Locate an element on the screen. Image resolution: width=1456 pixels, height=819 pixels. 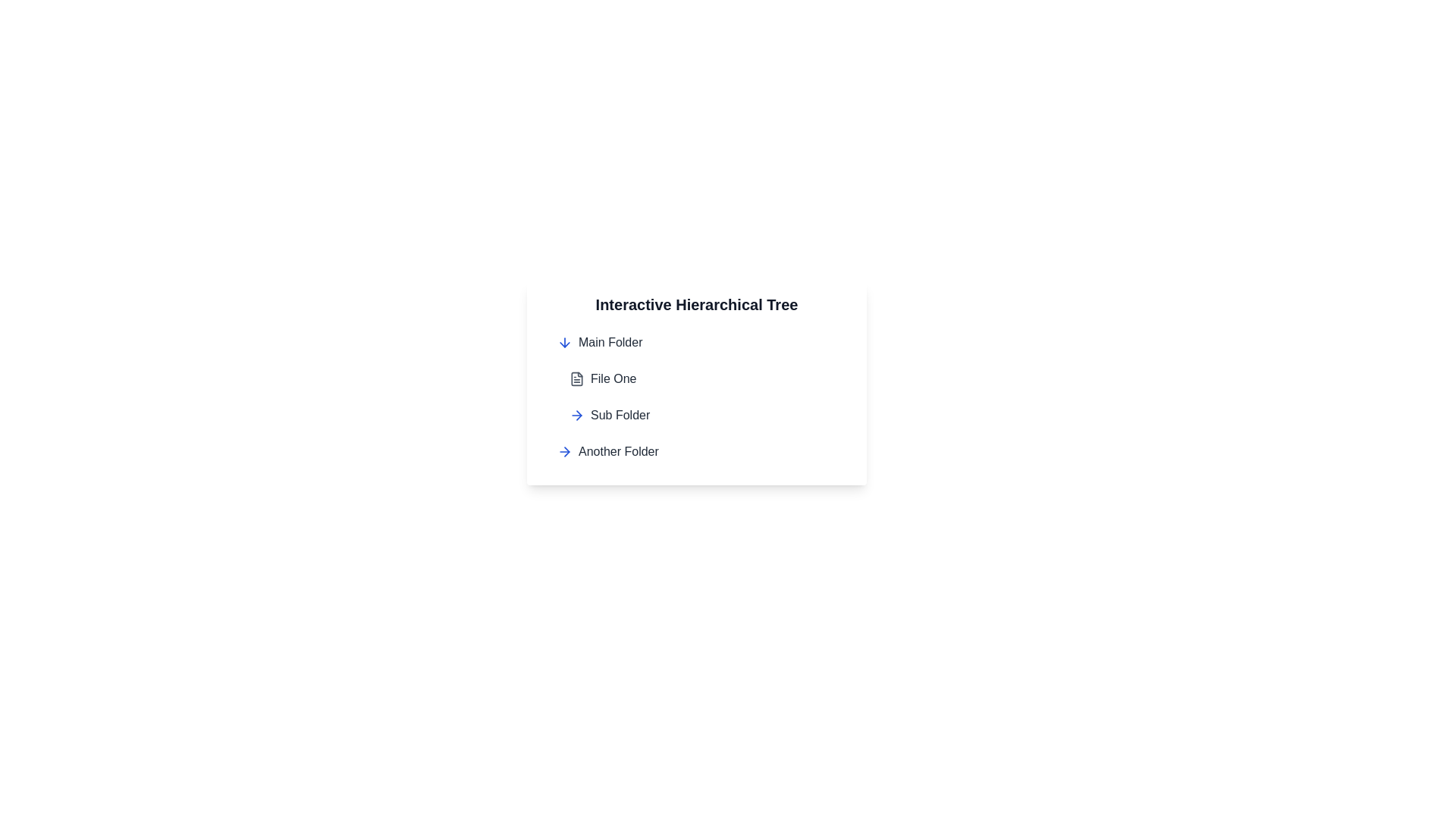
the arrow icon that indicates navigation within the 'Another Folder' item in the hierarchical tree structure is located at coordinates (563, 451).